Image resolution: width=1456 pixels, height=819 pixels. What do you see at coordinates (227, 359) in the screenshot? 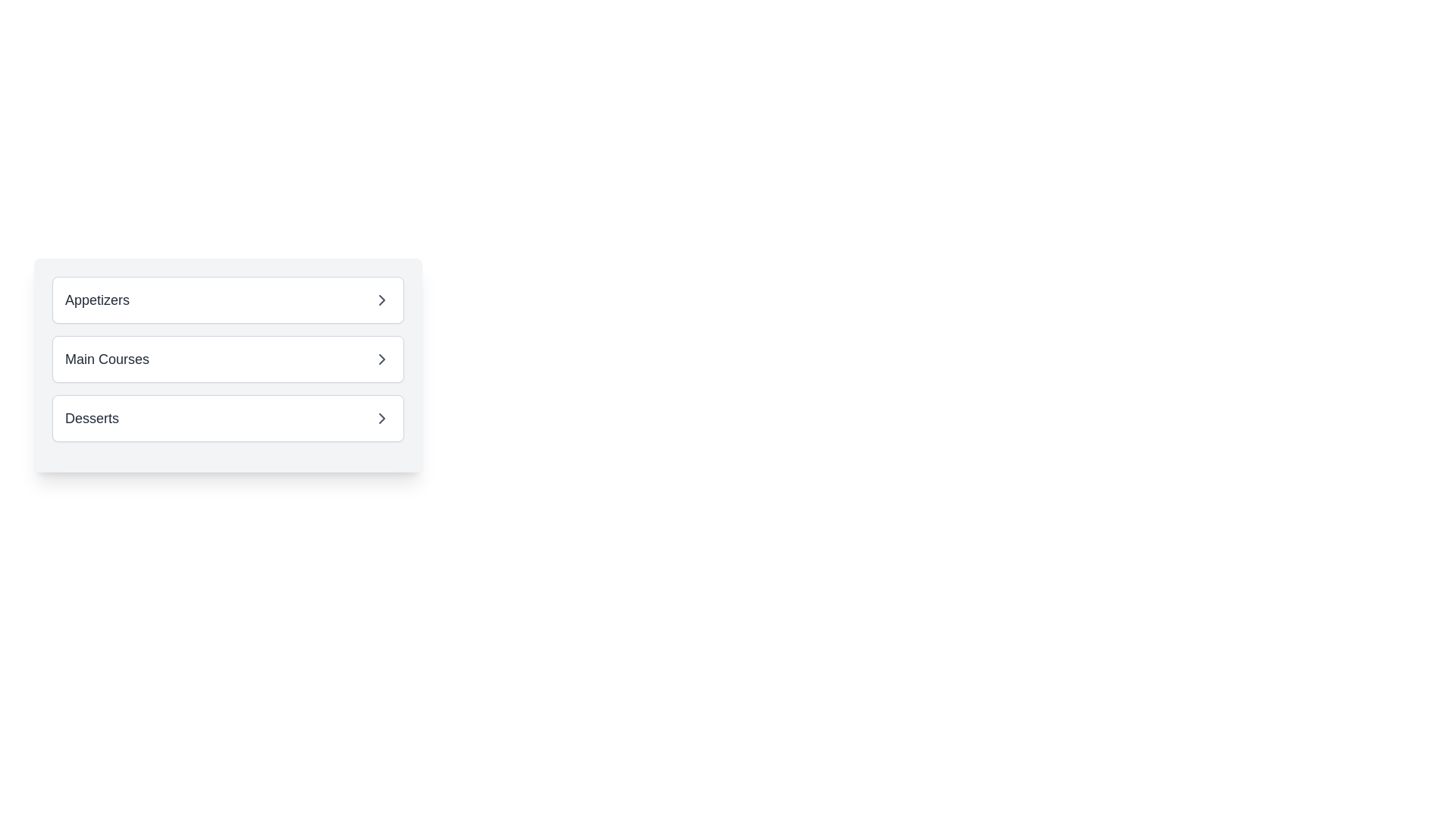
I see `the 'Main Courses' button, which is the second item in a vertical list of categories` at bounding box center [227, 359].